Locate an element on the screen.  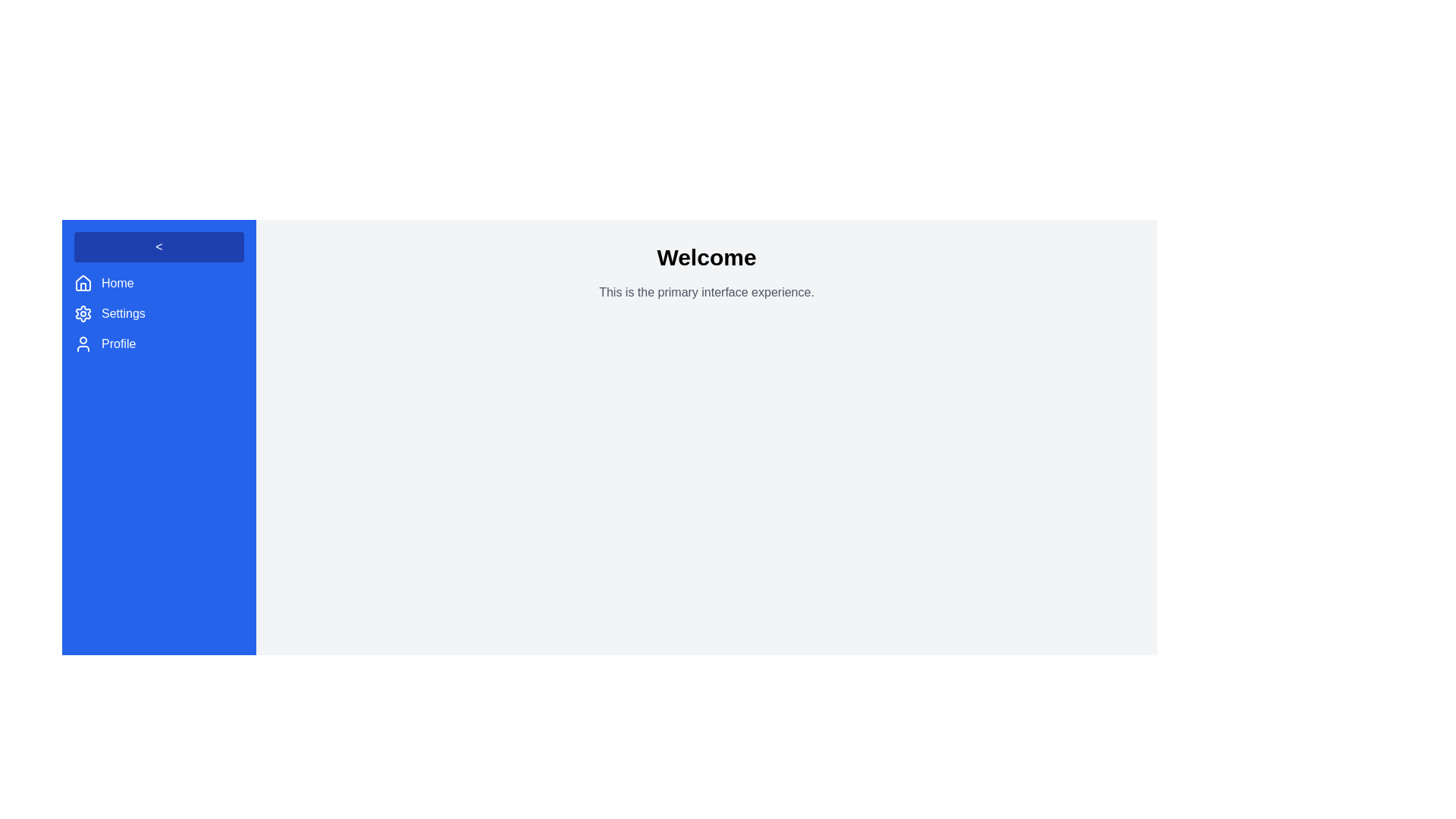
the 'Settings' button located in the sidebar menu, positioned below 'Home' and above 'Profile' is located at coordinates (159, 312).